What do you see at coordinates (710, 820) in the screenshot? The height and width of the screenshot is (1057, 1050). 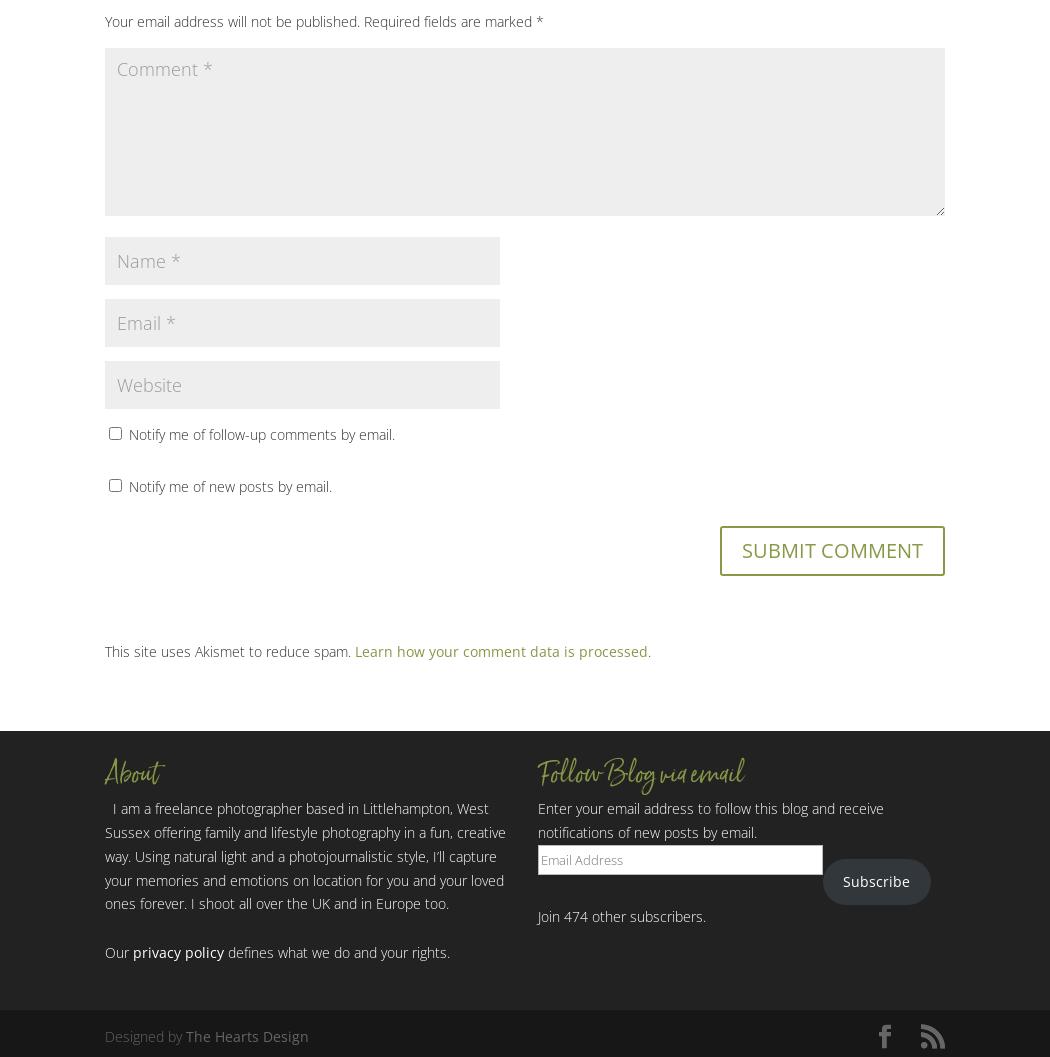 I see `'Enter your email address to follow this blog and receive notifications of new posts by email.'` at bounding box center [710, 820].